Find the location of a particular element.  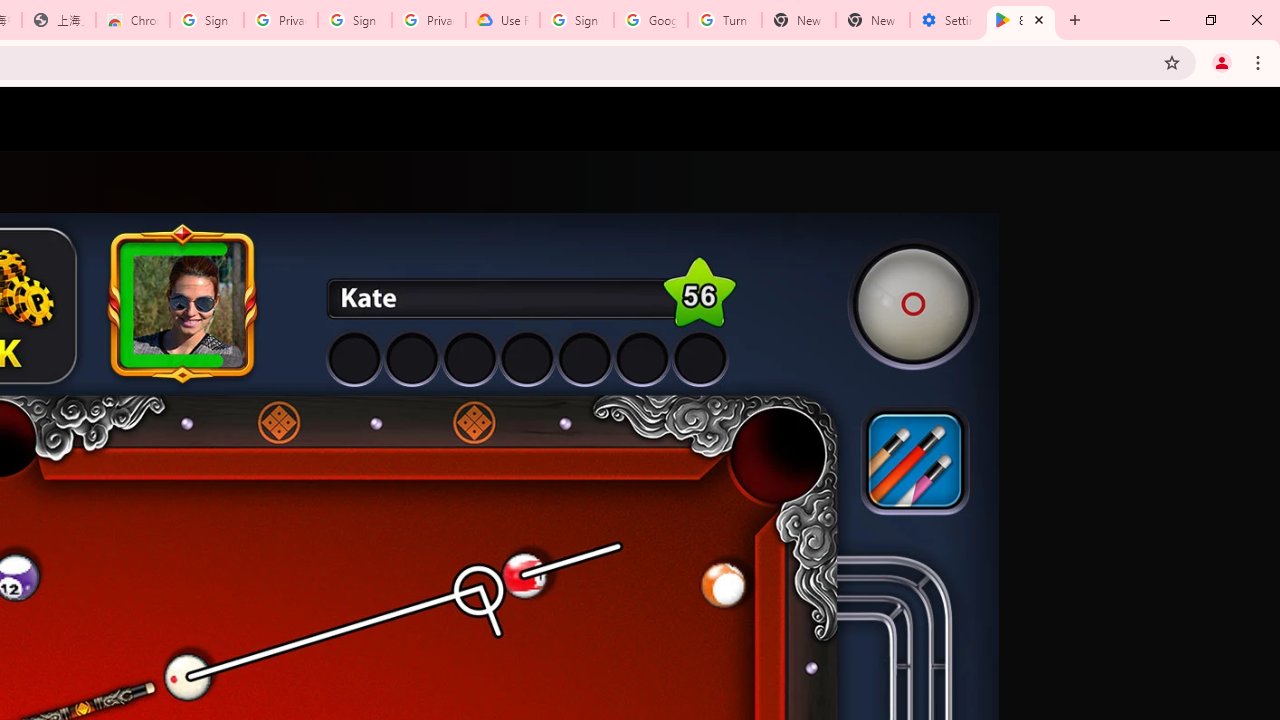

'Settings - System' is located at coordinates (946, 20).